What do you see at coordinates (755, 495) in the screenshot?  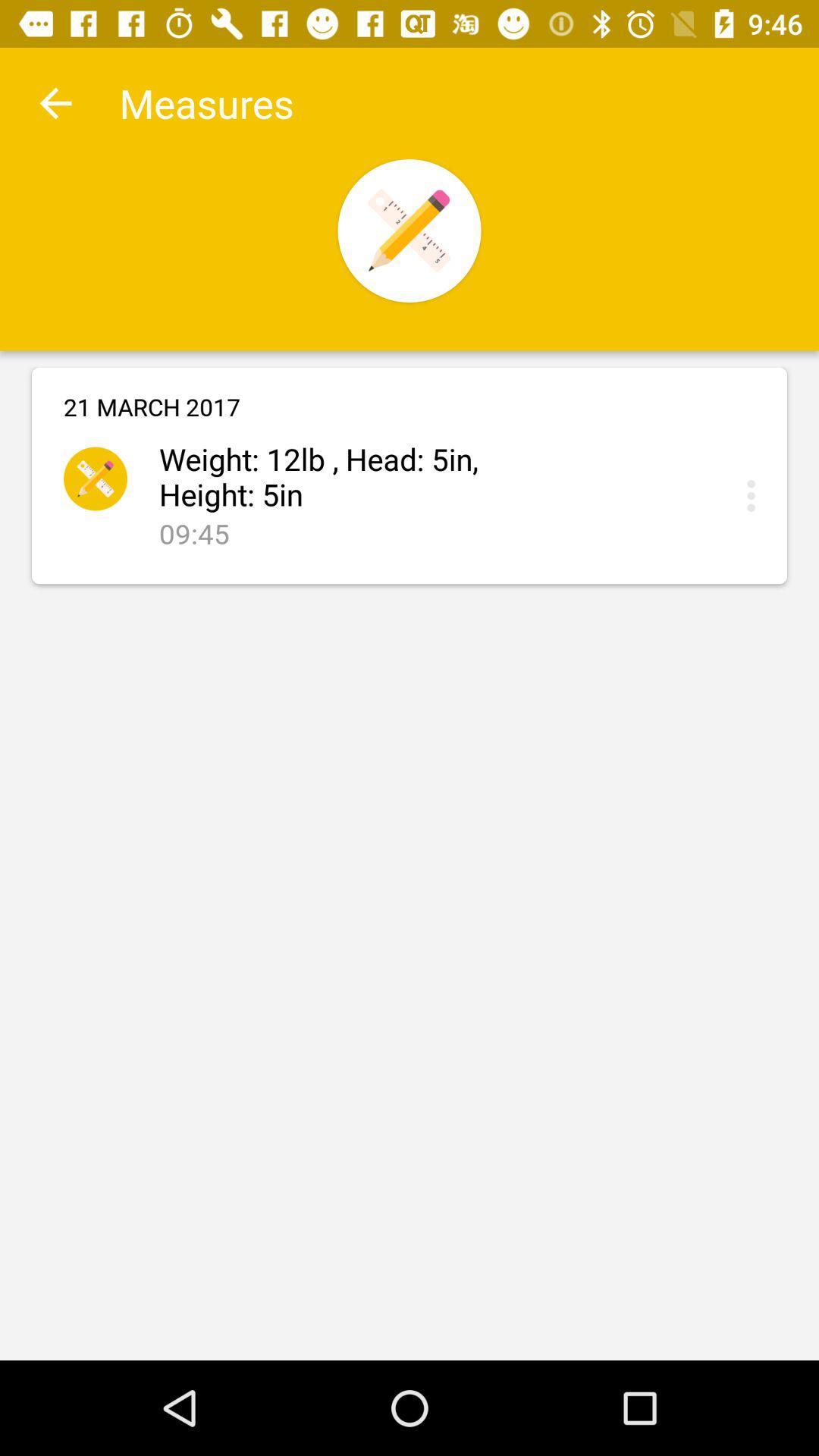 I see `press to submit` at bounding box center [755, 495].